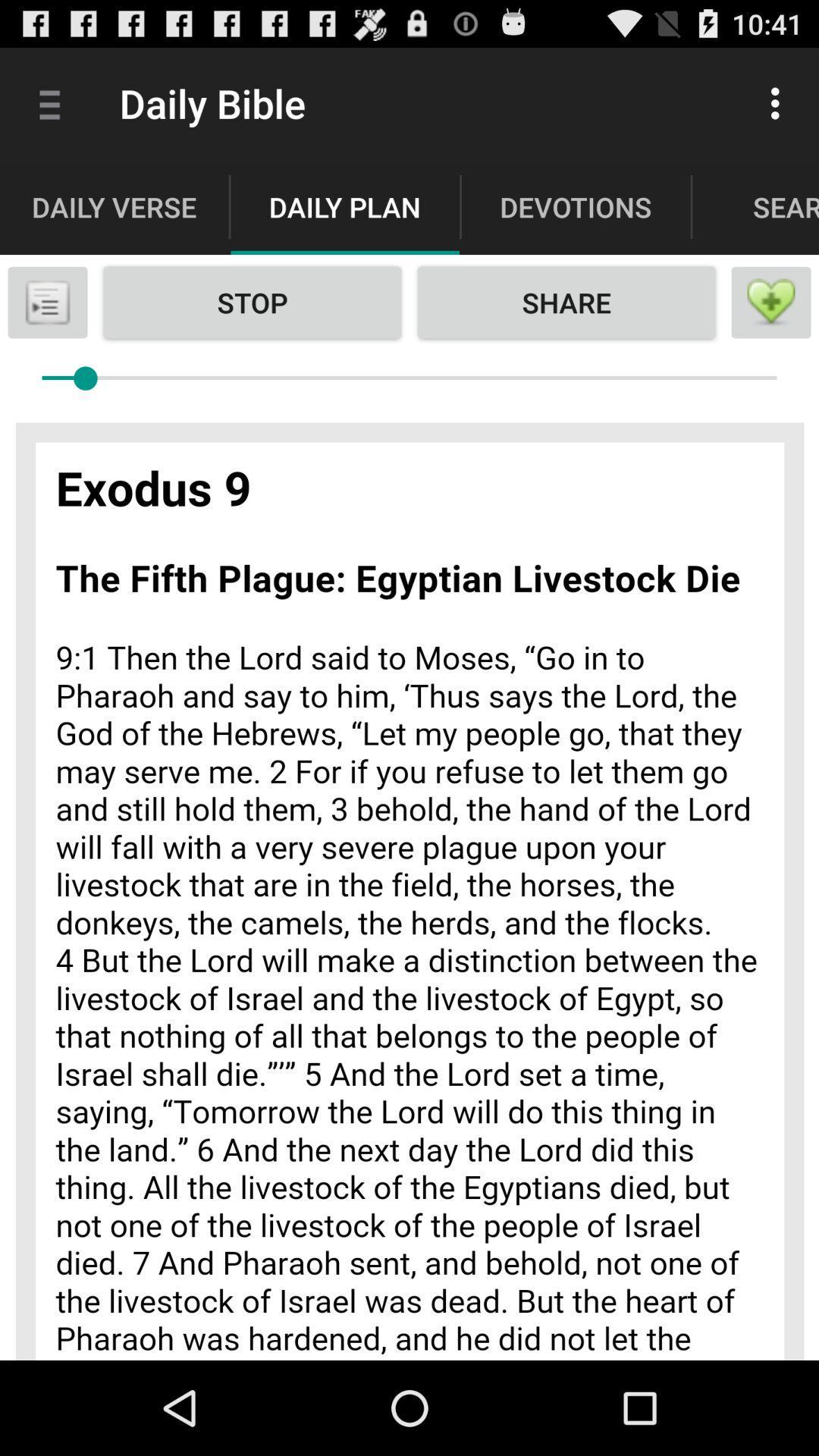 The image size is (819, 1456). What do you see at coordinates (409, 883) in the screenshot?
I see `advertisement page` at bounding box center [409, 883].